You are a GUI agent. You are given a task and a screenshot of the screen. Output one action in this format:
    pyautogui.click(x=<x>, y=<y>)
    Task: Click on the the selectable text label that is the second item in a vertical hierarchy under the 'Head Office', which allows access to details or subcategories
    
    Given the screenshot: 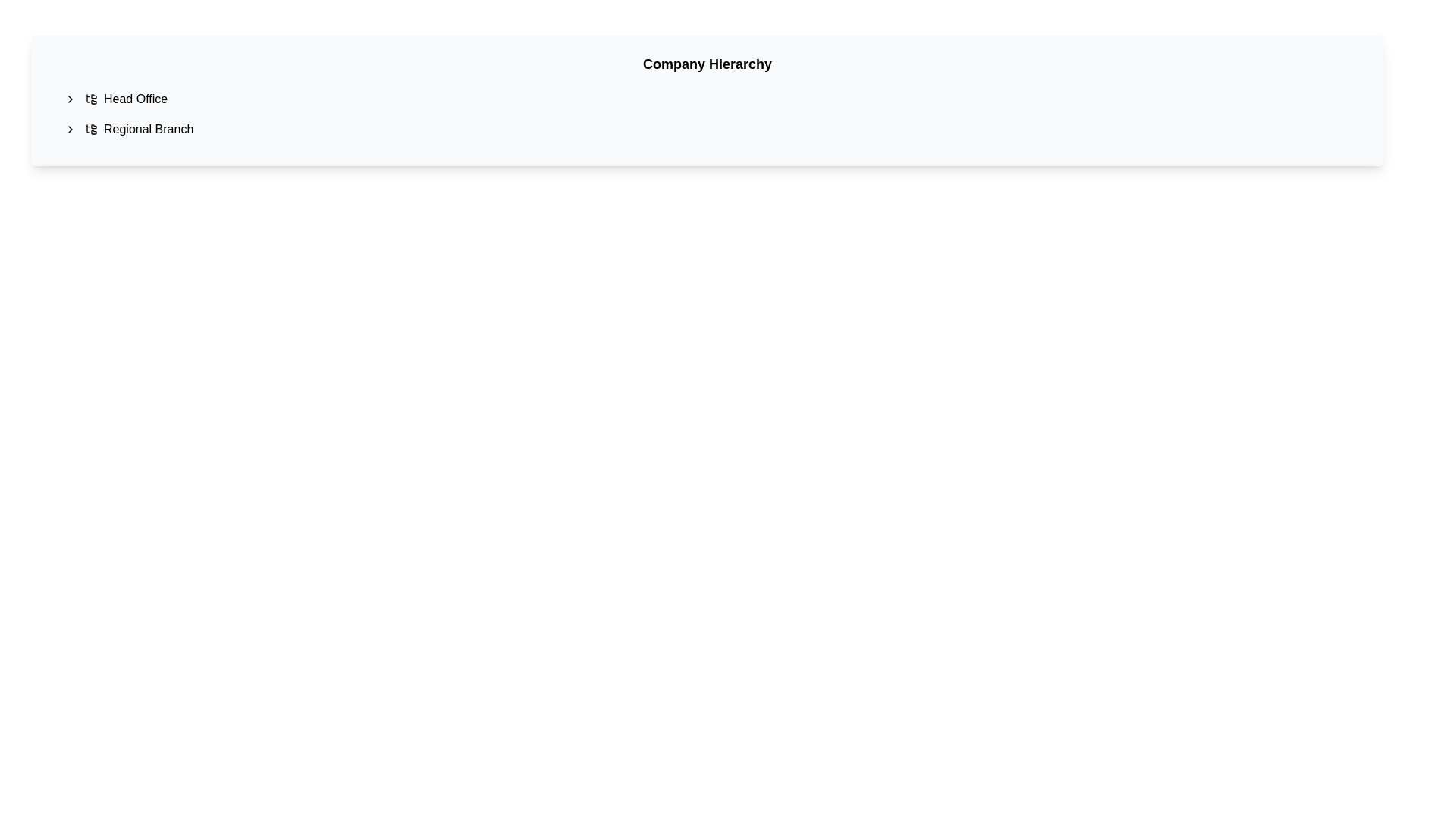 What is the action you would take?
    pyautogui.click(x=140, y=128)
    